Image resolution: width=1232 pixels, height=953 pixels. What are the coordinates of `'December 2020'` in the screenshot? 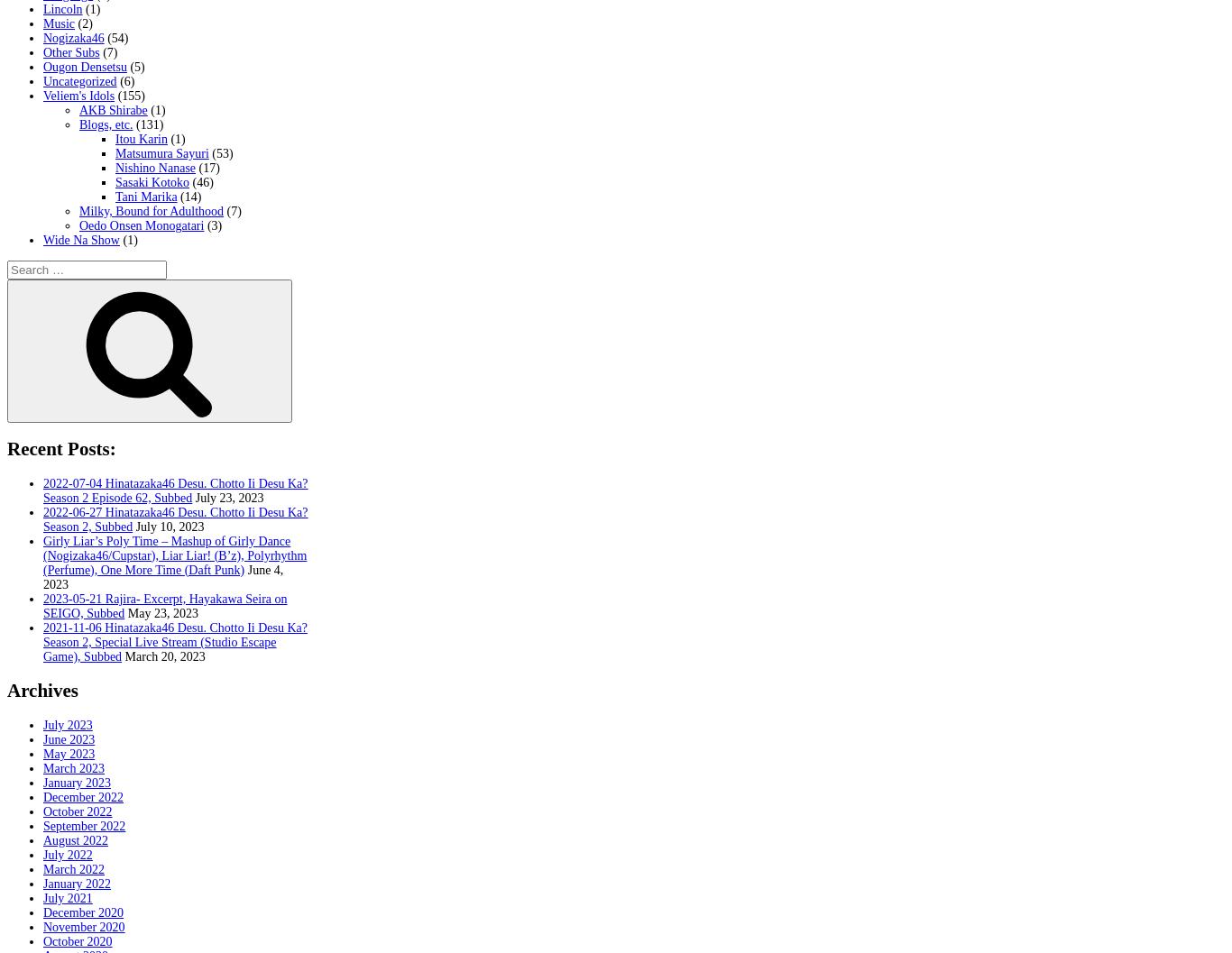 It's located at (83, 911).